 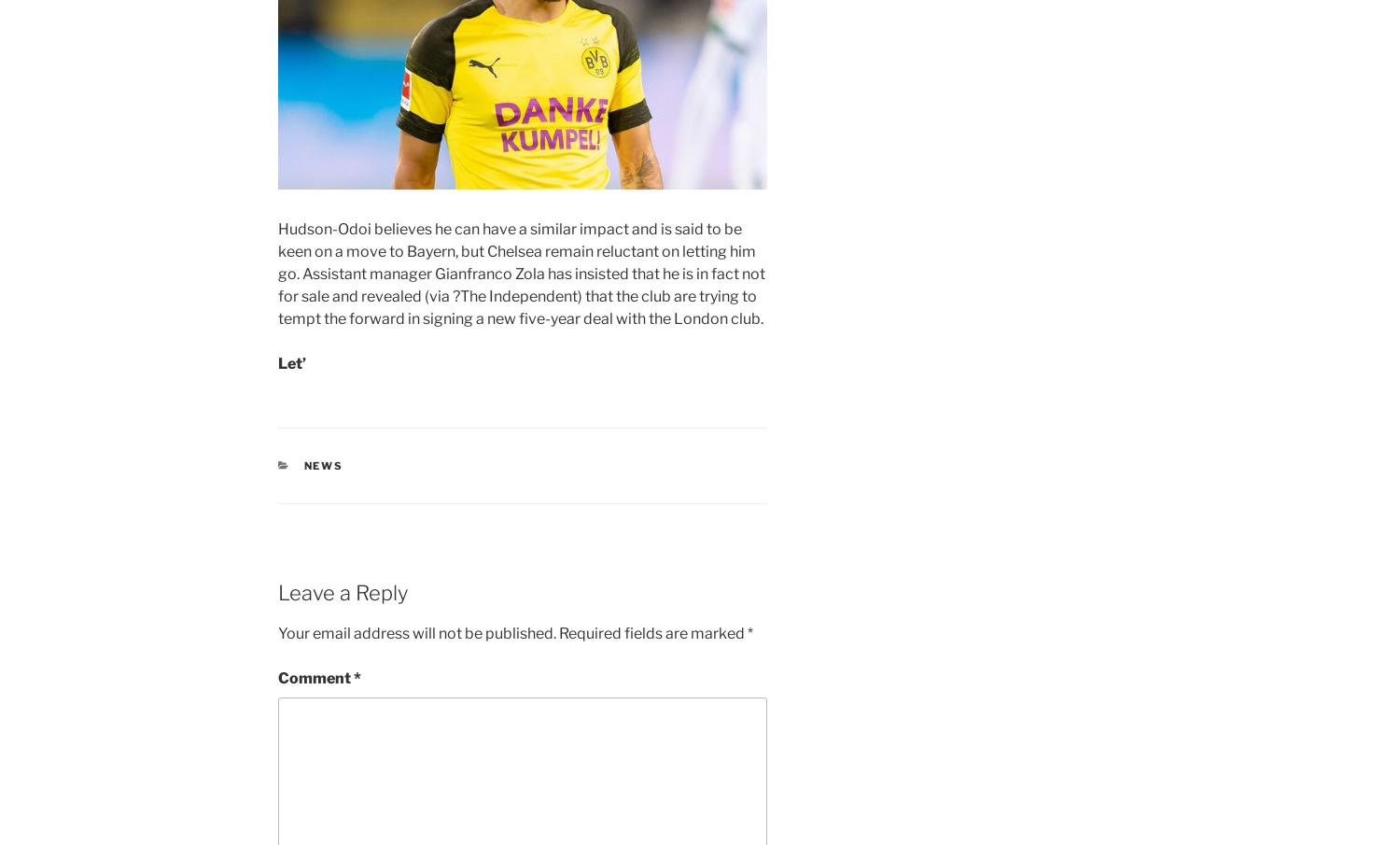 What do you see at coordinates (291, 362) in the screenshot?
I see `'Let’'` at bounding box center [291, 362].